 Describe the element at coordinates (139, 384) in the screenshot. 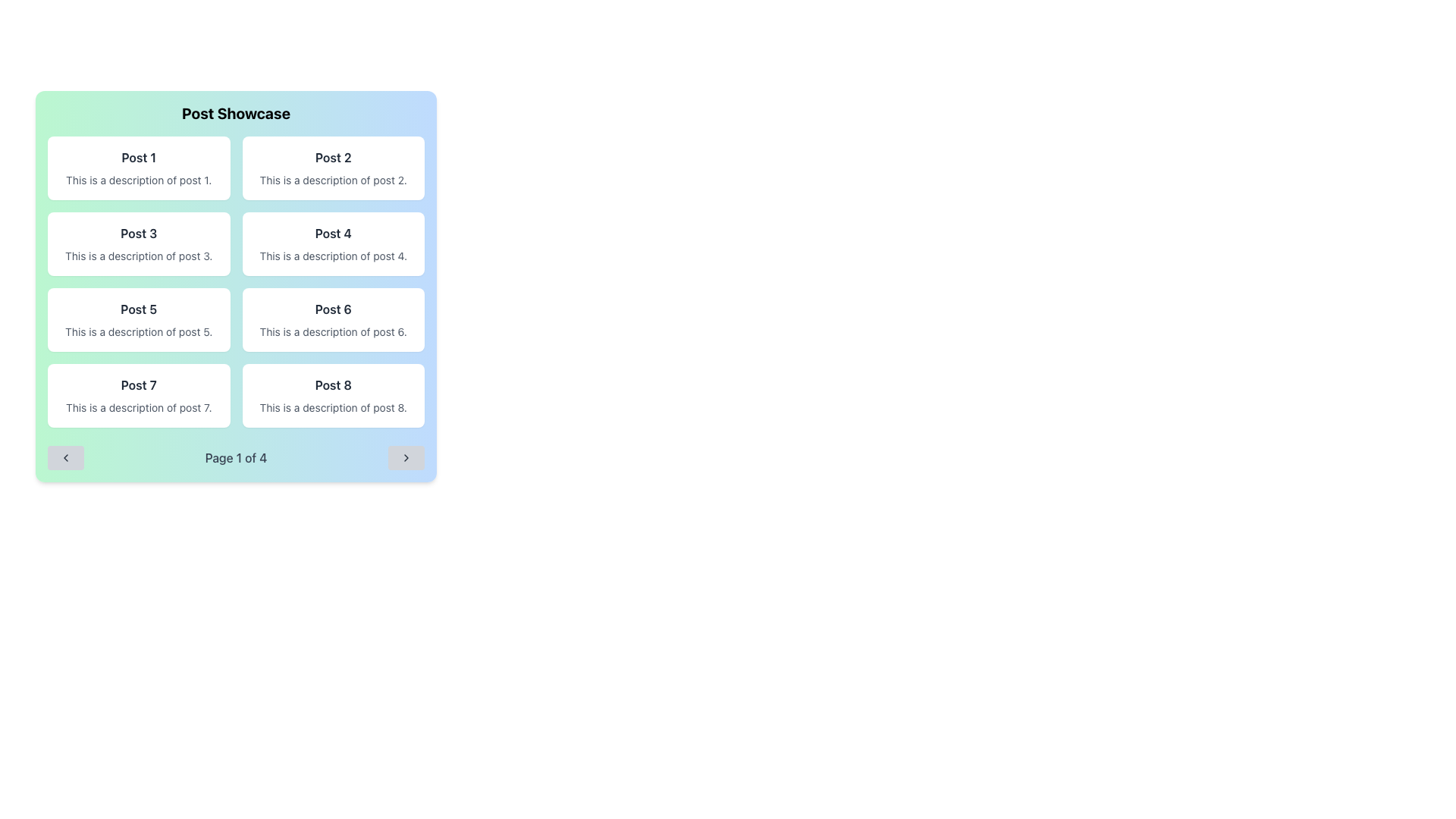

I see `the Text Label that serves as the title of the card representing an item in a collection of posts, located in the second row and first column of a 3x3 grid layout` at that location.